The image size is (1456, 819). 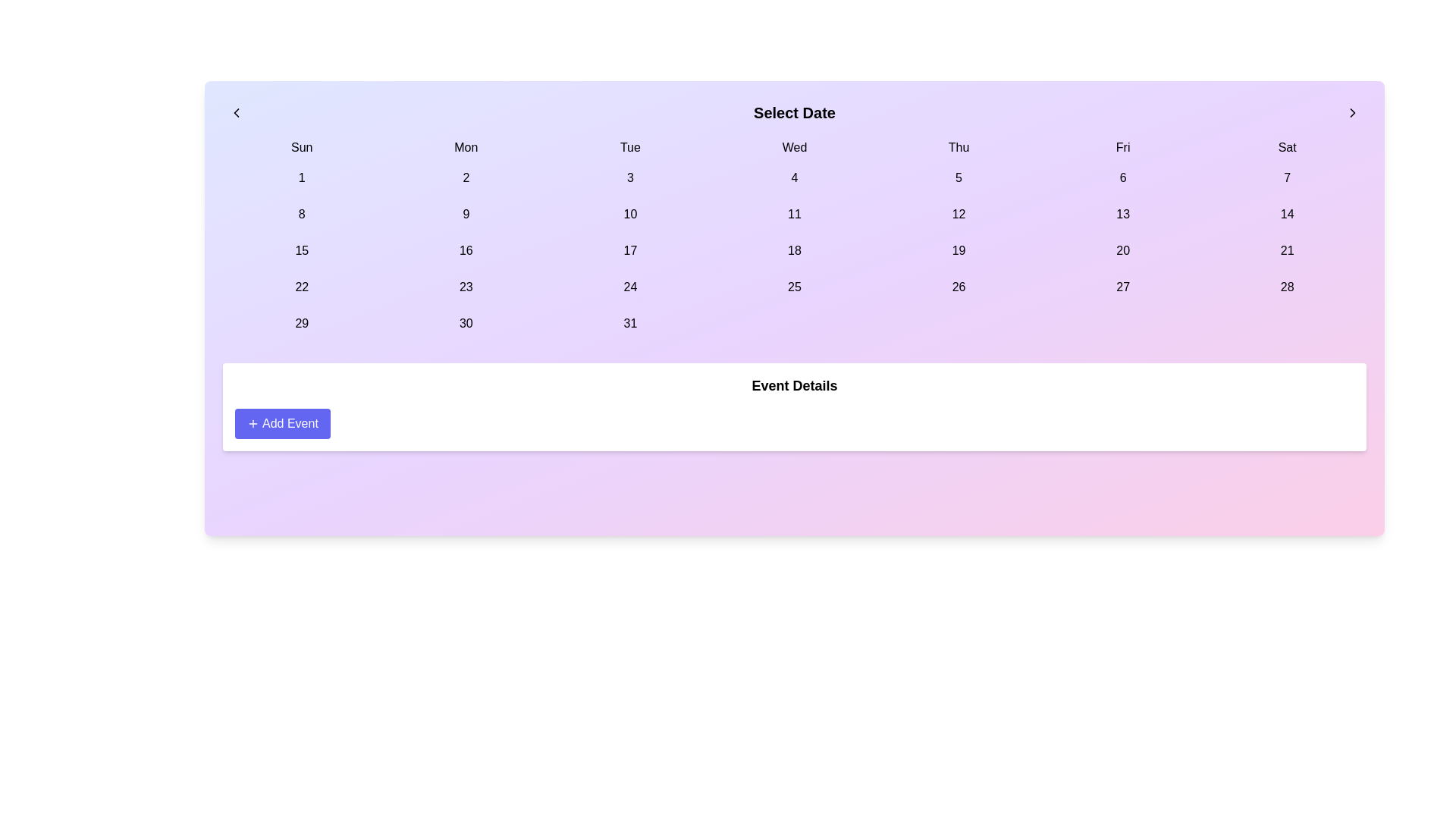 I want to click on the selectable day button for the 17th day in the calendar interface, located in the 'Tue' column and third row between '16' and '18', so click(x=630, y=250).